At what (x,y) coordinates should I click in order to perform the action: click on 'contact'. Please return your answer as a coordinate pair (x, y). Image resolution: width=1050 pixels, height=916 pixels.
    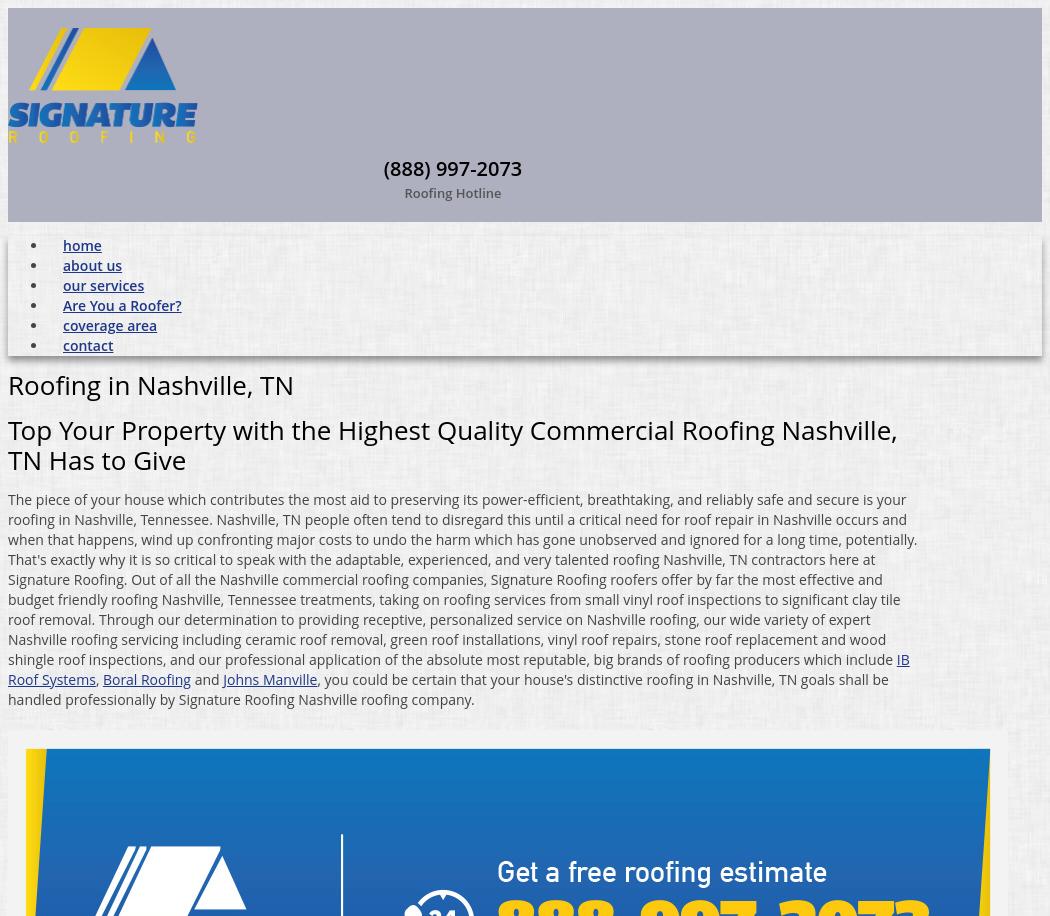
    Looking at the image, I should click on (87, 344).